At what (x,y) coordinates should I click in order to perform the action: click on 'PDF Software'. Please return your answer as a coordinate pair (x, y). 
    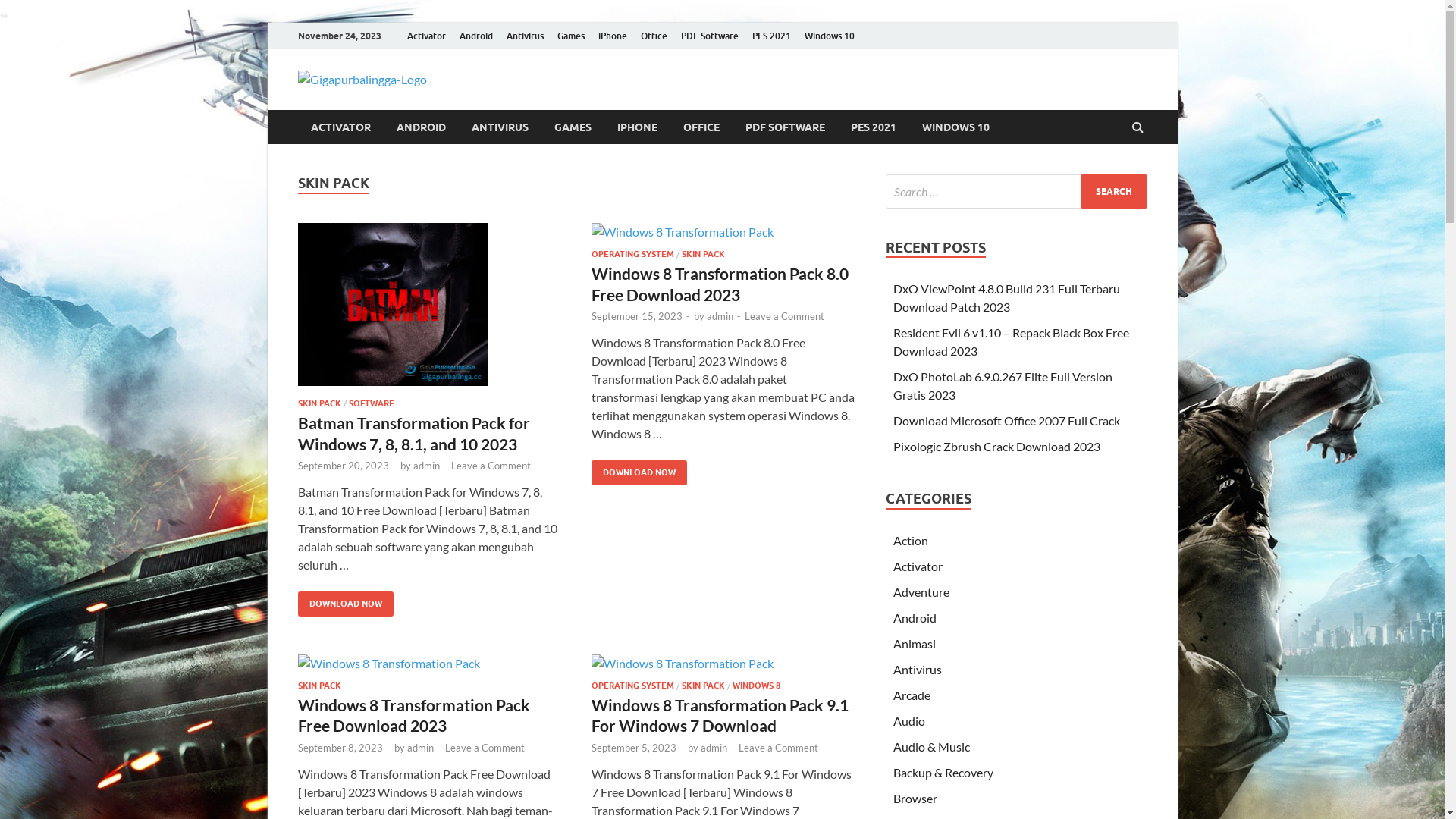
    Looking at the image, I should click on (673, 35).